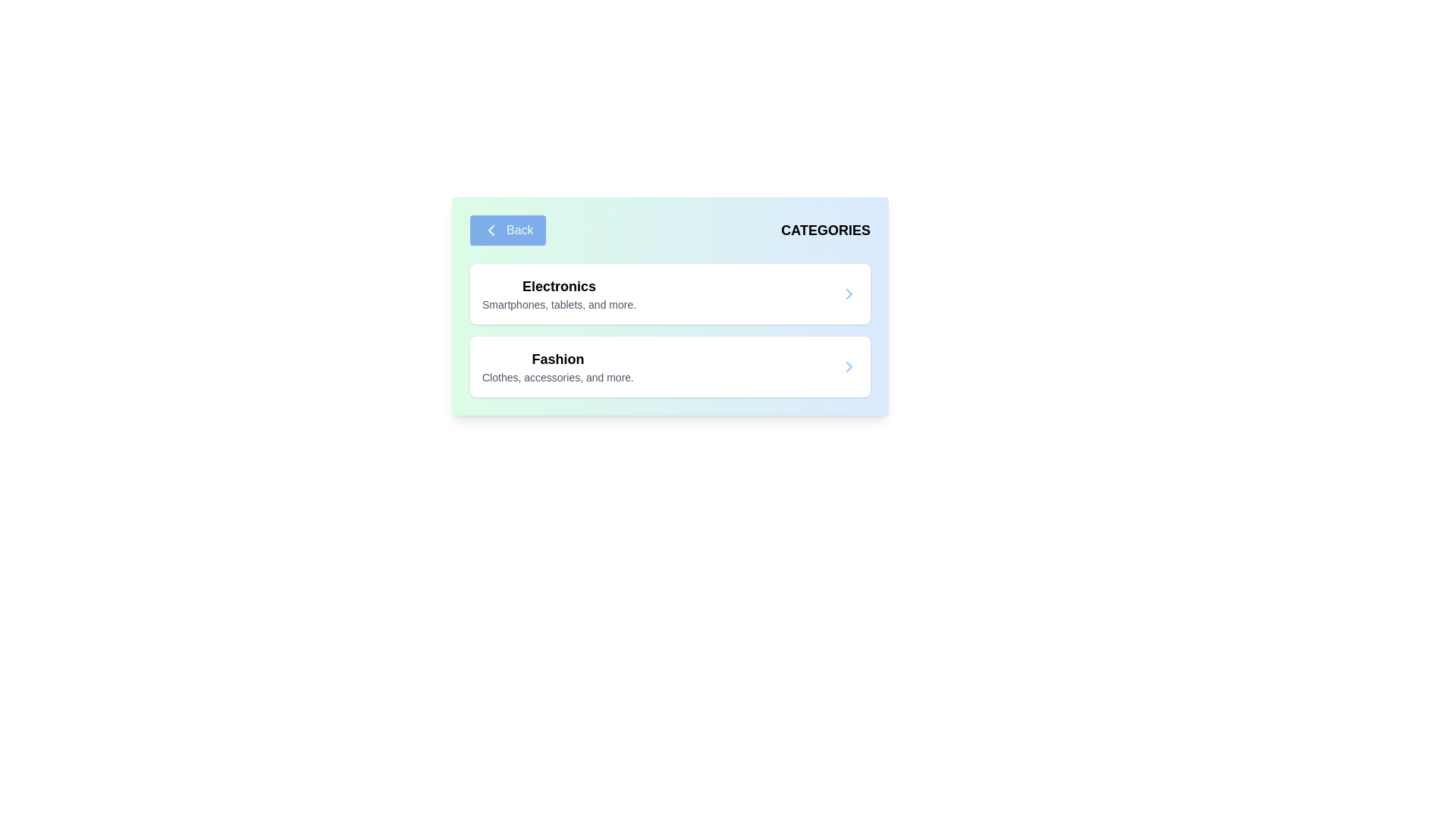  I want to click on the leftward-pointing chevron arrow icon used for back navigation, which is part of the 'Back' button, positioned towards the top-left corner of the interface, so click(491, 231).